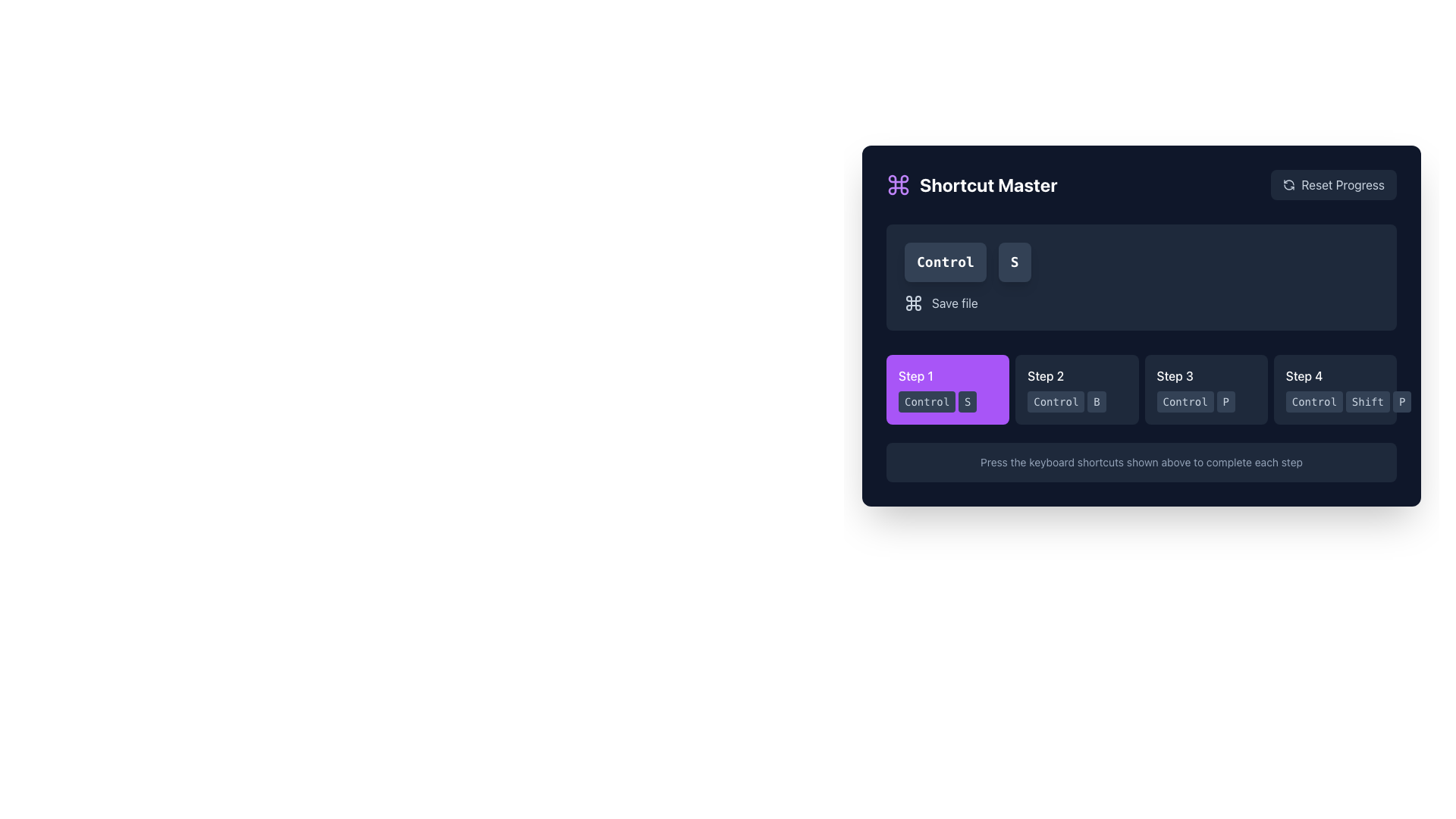 The image size is (1456, 819). Describe the element at coordinates (1185, 400) in the screenshot. I see `the 'Control' button, which is a small, rounded rectangular button with a dark slate background and lighter text, located in the 'Step 3' section` at that location.